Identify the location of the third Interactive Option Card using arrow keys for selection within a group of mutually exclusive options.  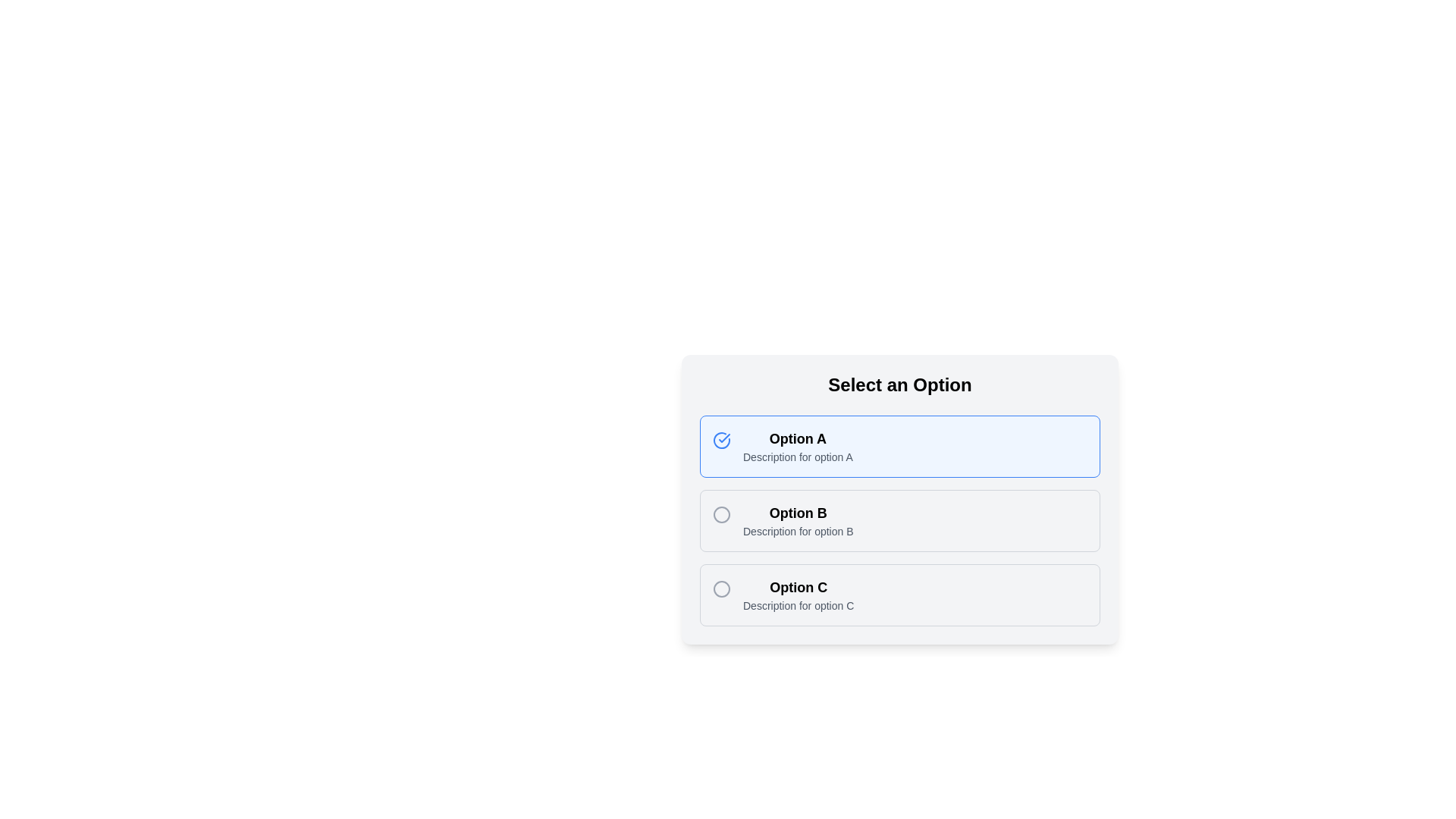
(899, 595).